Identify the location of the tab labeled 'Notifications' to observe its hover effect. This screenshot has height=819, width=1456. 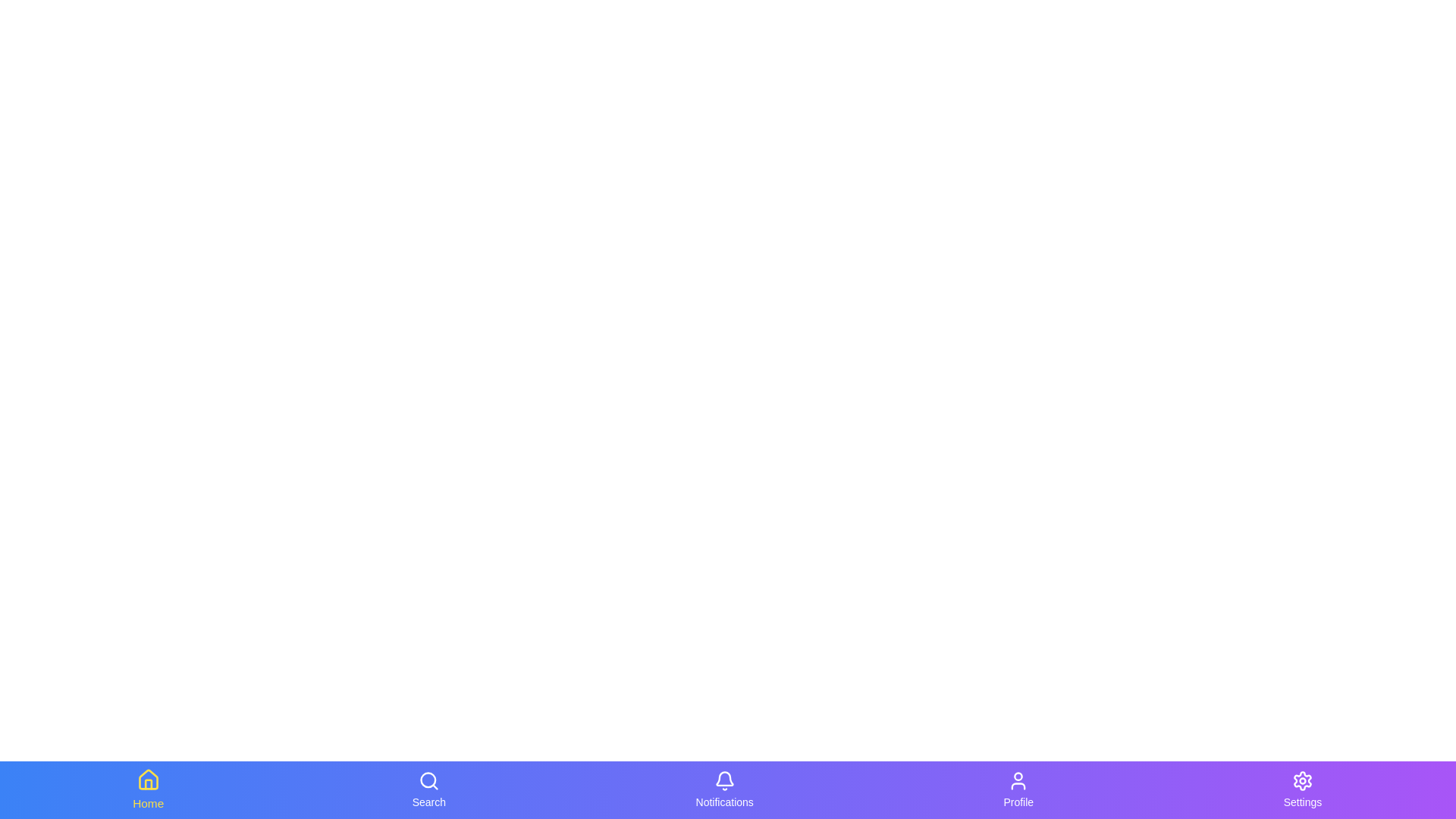
(723, 789).